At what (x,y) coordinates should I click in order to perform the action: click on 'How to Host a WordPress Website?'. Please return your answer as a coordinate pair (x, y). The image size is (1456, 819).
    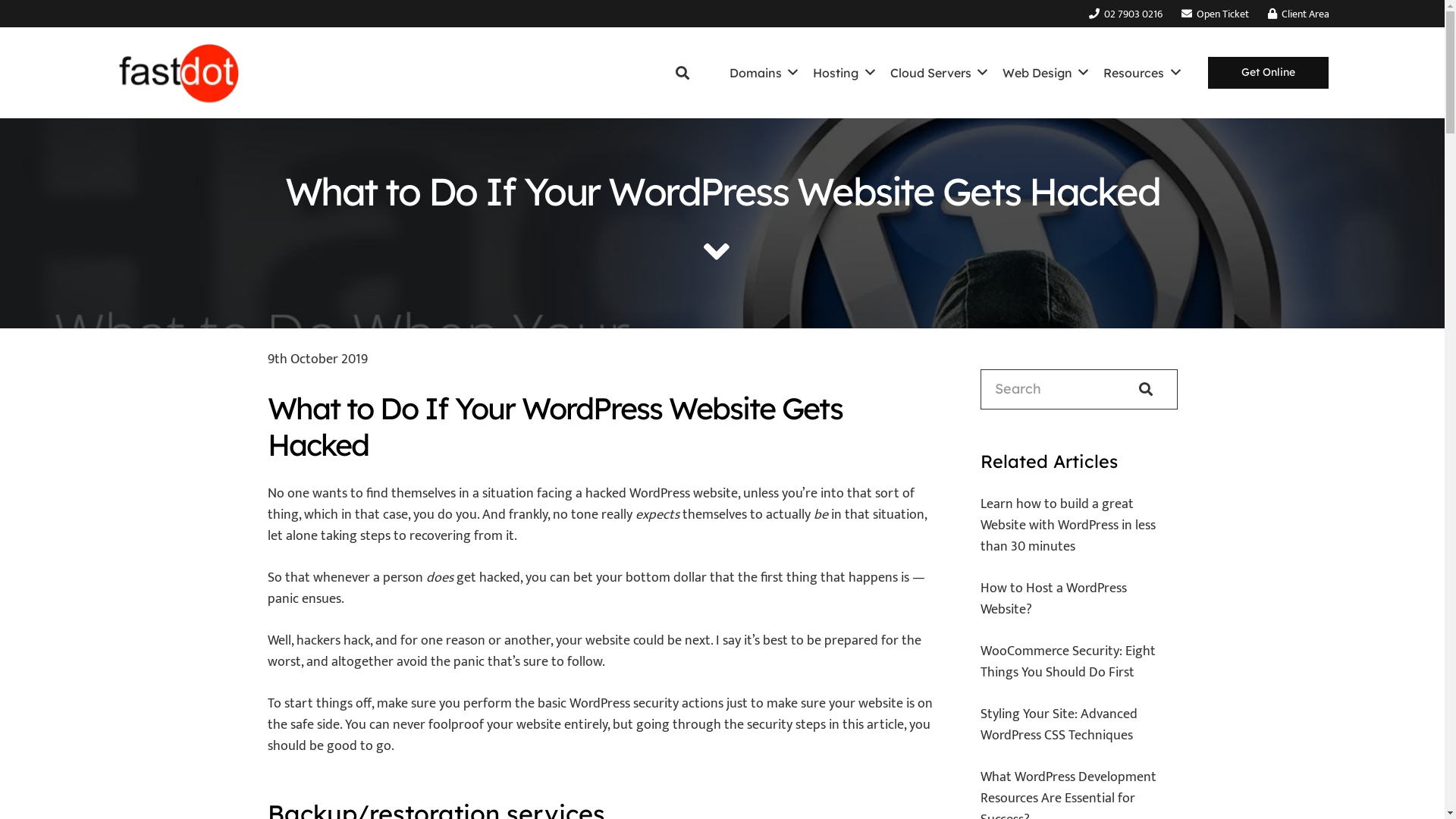
    Looking at the image, I should click on (1053, 598).